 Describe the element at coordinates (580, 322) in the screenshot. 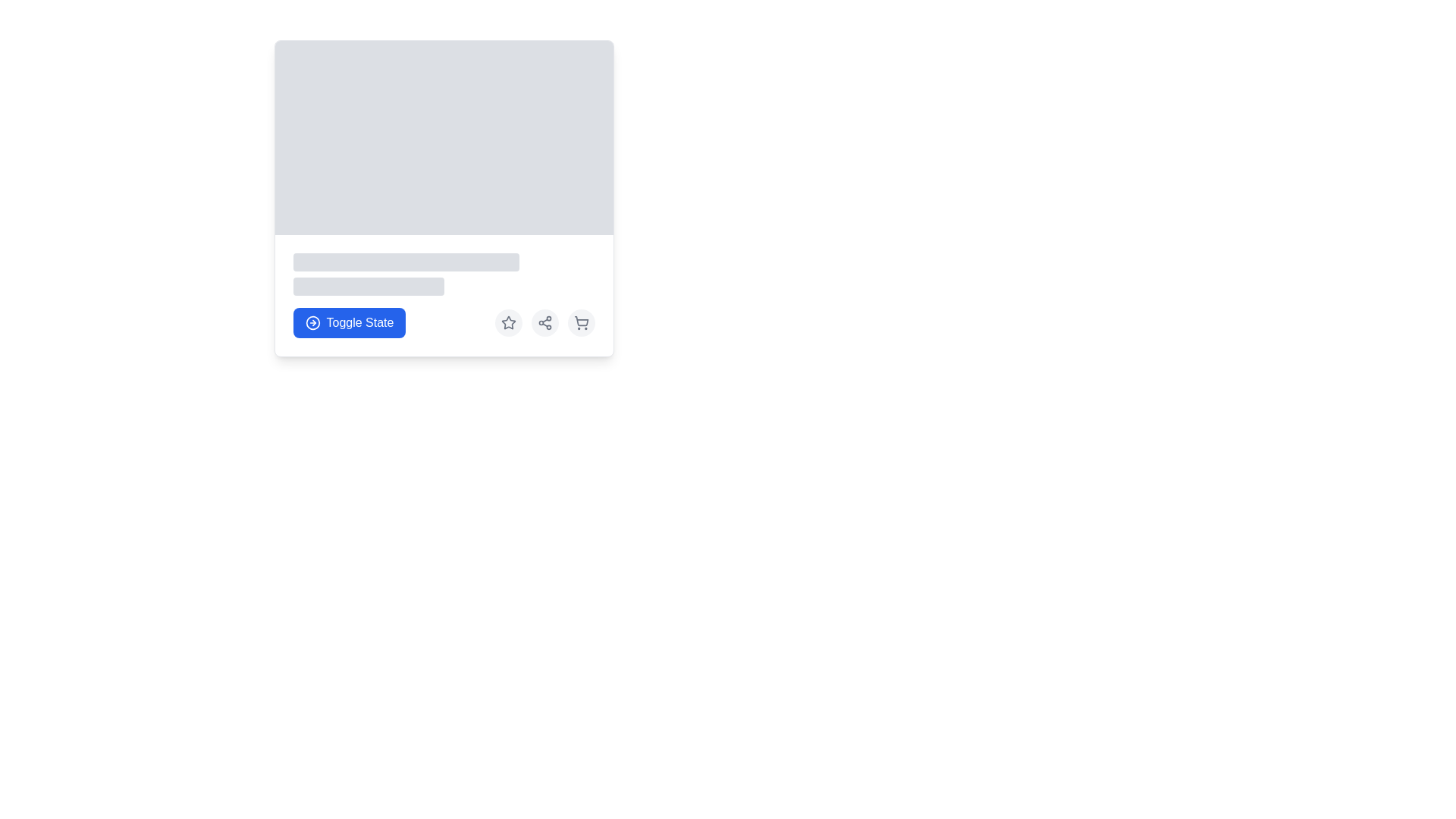

I see `the shopping cart button located at the far right among the horizontal arrangement of icons` at that location.